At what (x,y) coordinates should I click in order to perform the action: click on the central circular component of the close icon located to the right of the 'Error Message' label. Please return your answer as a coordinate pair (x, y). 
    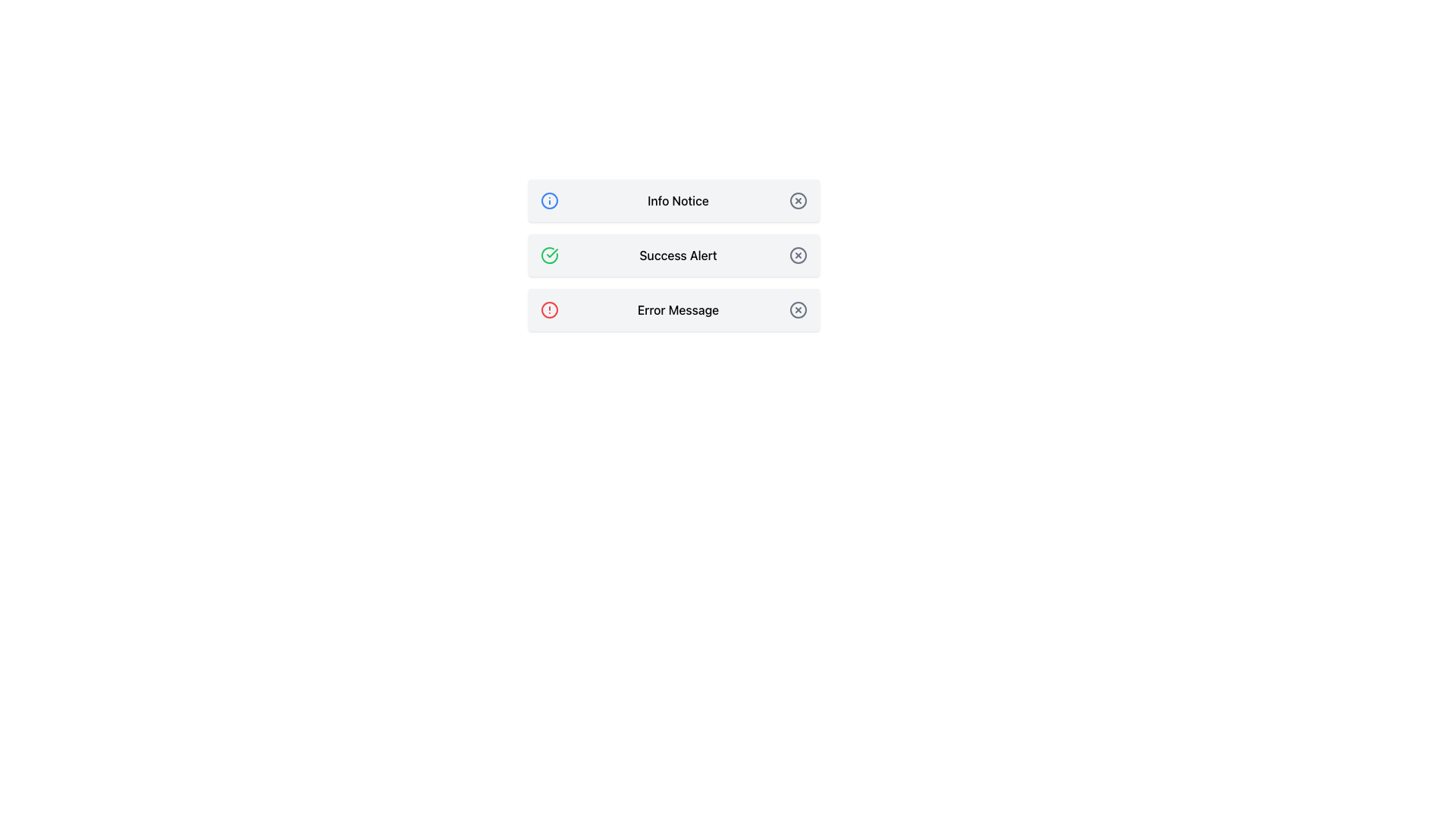
    Looking at the image, I should click on (797, 309).